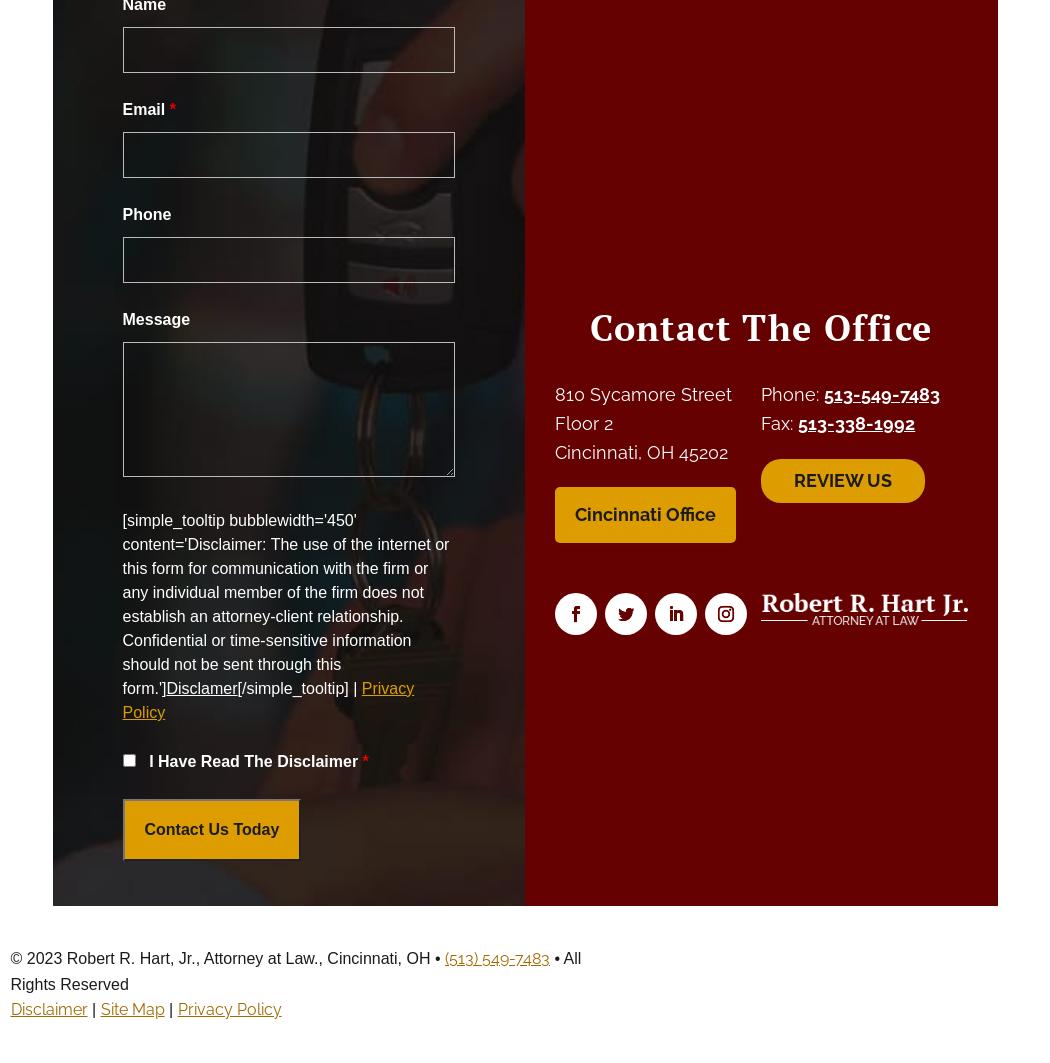  I want to click on '[simple_tooltip bubblewidth='450' content='Disclaimer: The use of the internet or this form for communication with the firm or any individual member of the firm does not establish an attorney-client relationship. Confidential or time-sensitive information should not be sent through this form.']', so click(284, 602).